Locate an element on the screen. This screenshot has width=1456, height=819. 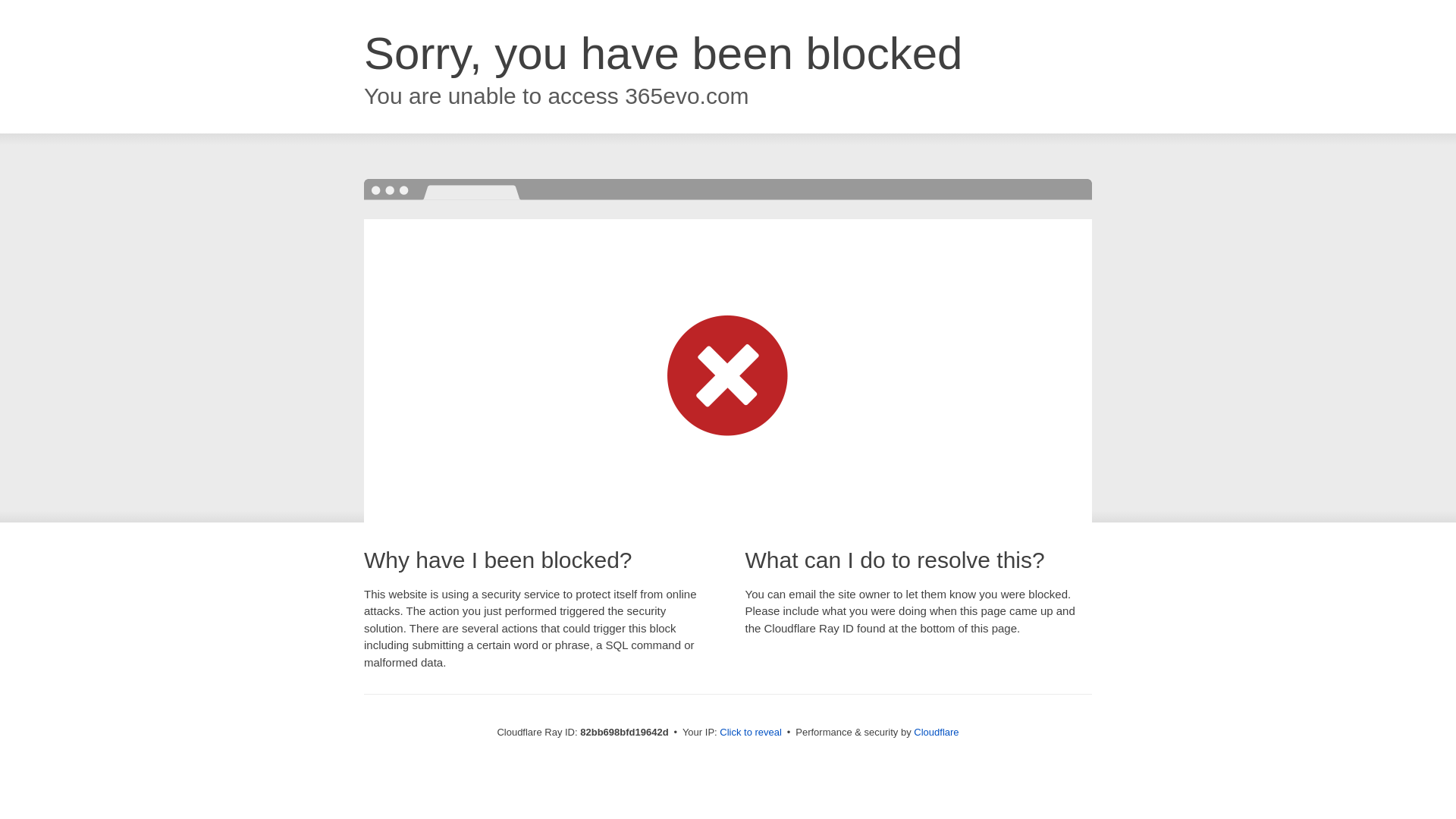
'Click to reveal' is located at coordinates (719, 731).